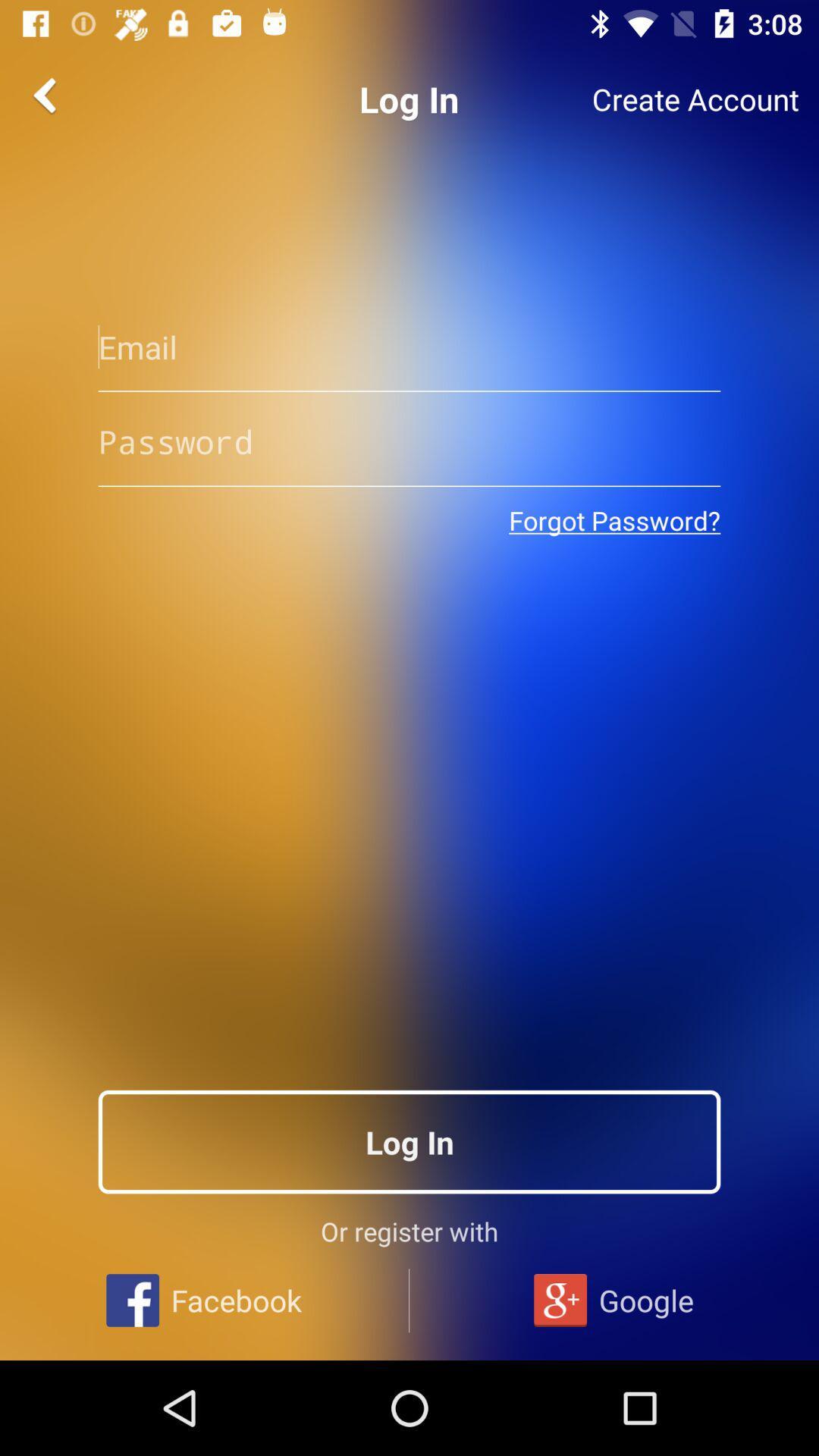 The width and height of the screenshot is (819, 1456). What do you see at coordinates (409, 346) in the screenshot?
I see `input email address` at bounding box center [409, 346].